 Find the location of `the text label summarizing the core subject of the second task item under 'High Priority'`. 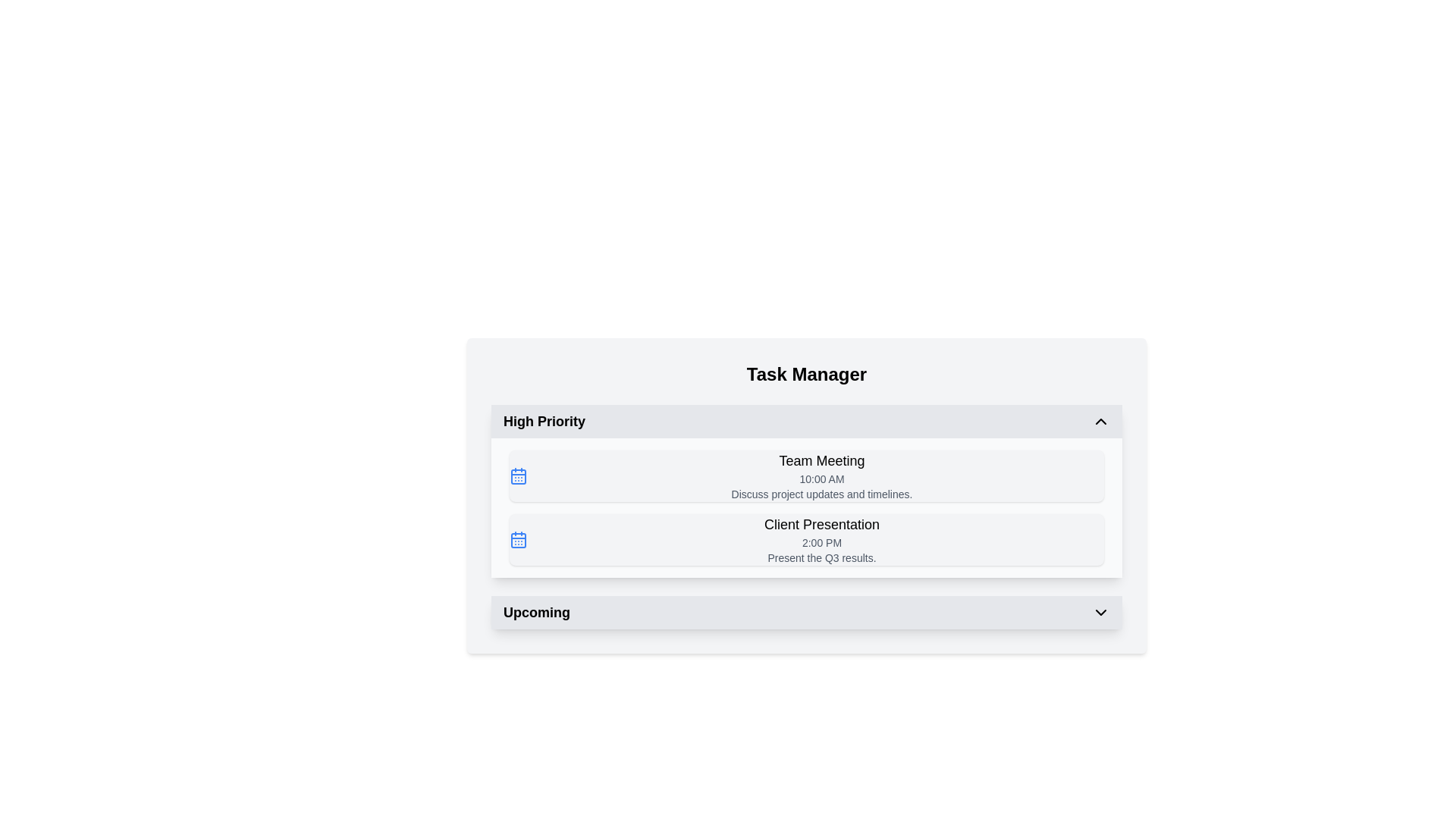

the text label summarizing the core subject of the second task item under 'High Priority' is located at coordinates (821, 523).